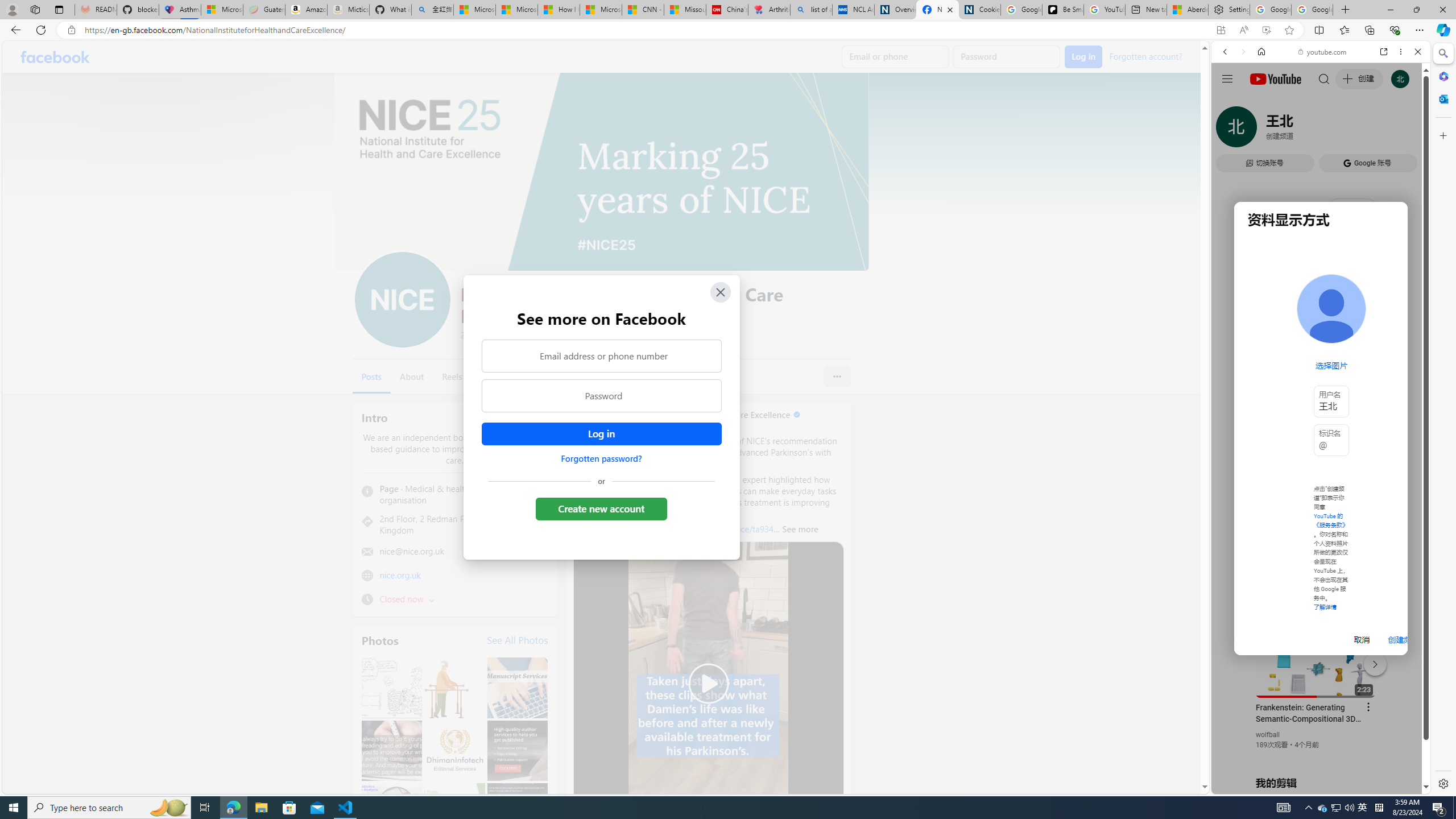 The image size is (1456, 819). I want to click on 'Facebook', so click(55, 56).